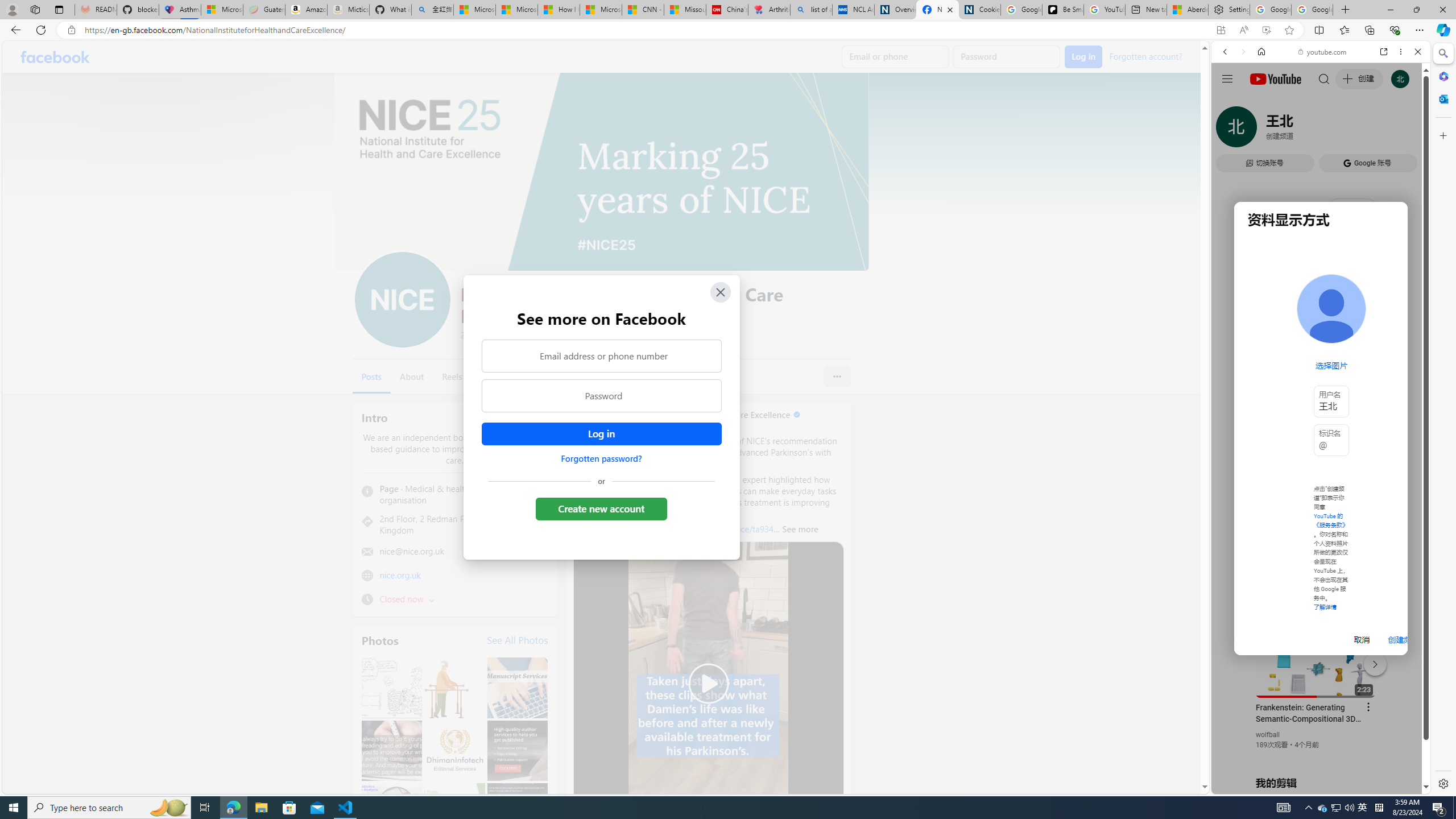 The image size is (1456, 819). I want to click on 'Facebook', so click(55, 56).